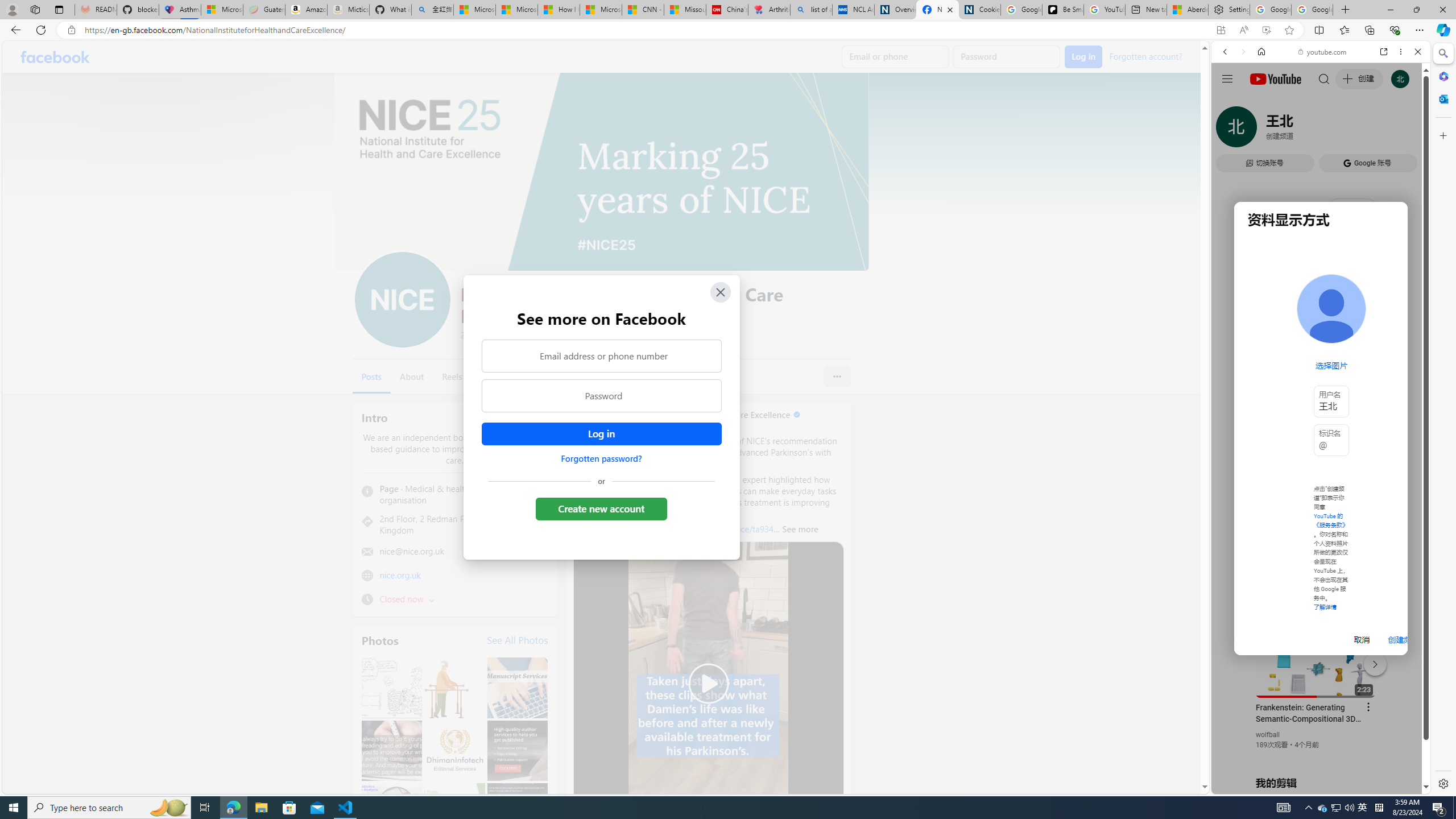 The image size is (1456, 819). I want to click on 'Facebook', so click(55, 56).